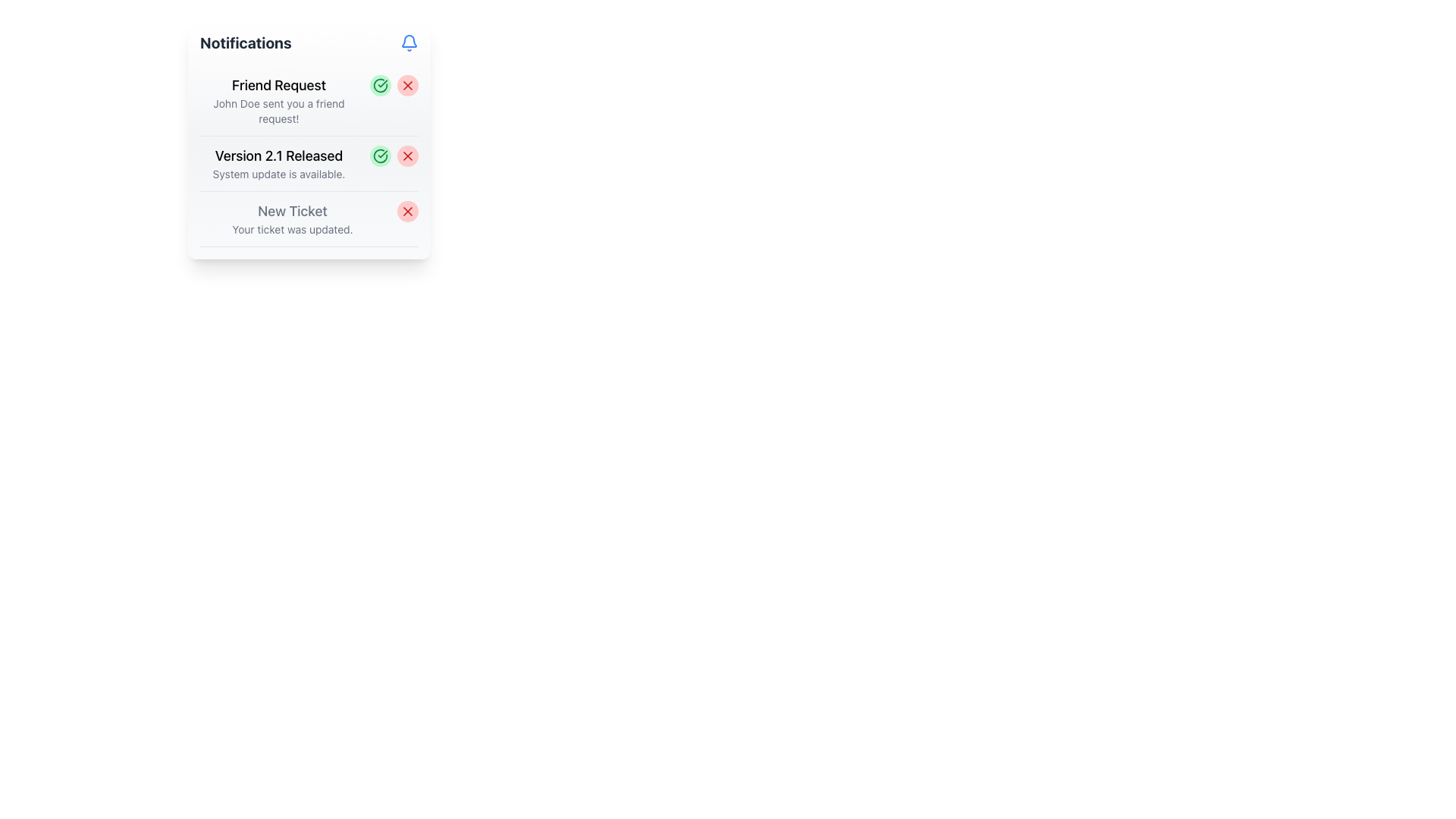  What do you see at coordinates (381, 155) in the screenshot?
I see `the confirmation button located to the left of the red circular button with a cross icon, which is associated with the notification labeled 'Version 2.1 Released'` at bounding box center [381, 155].